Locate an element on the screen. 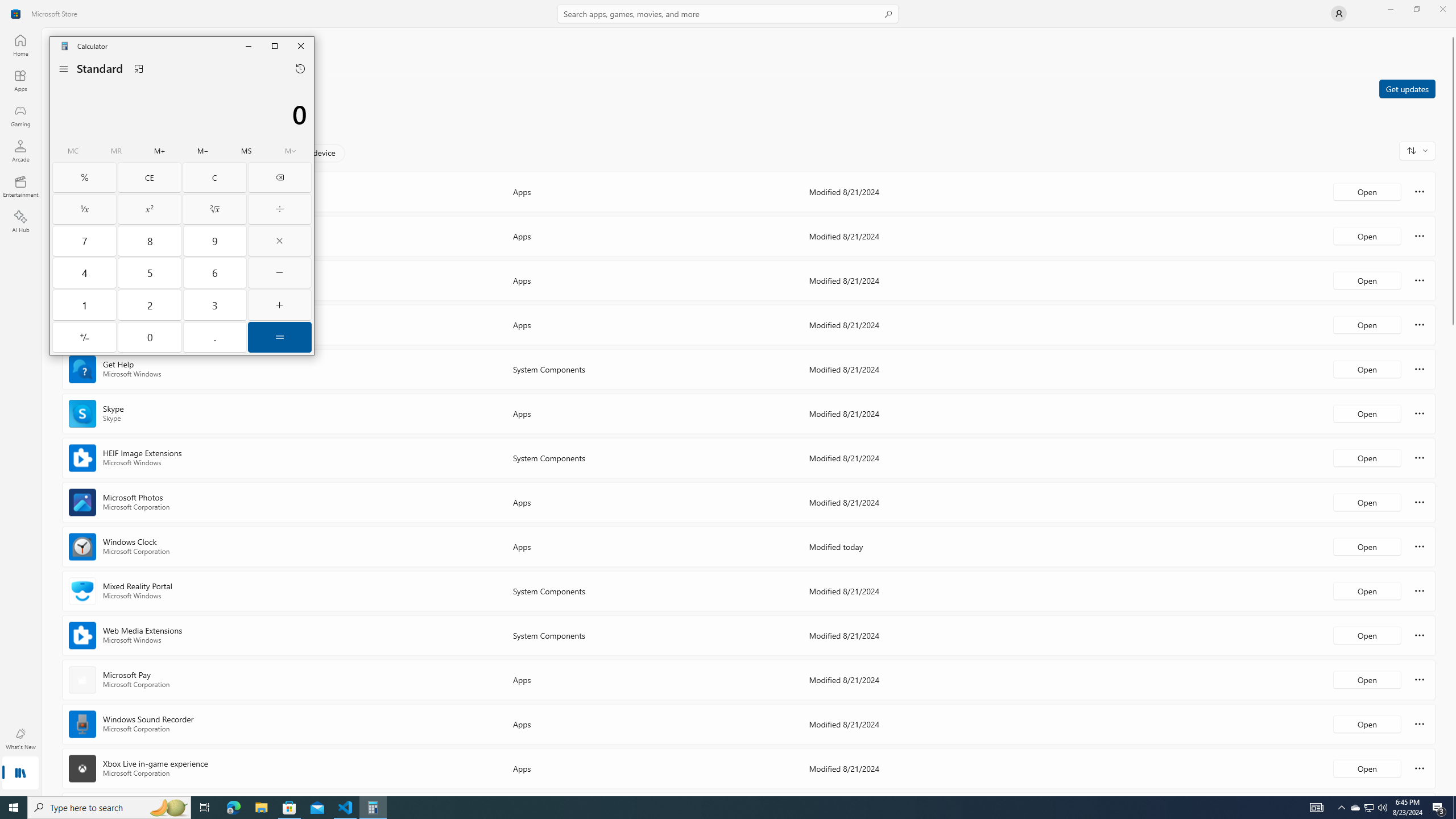 This screenshot has height=819, width=1456. 'Keep on top' is located at coordinates (139, 68).